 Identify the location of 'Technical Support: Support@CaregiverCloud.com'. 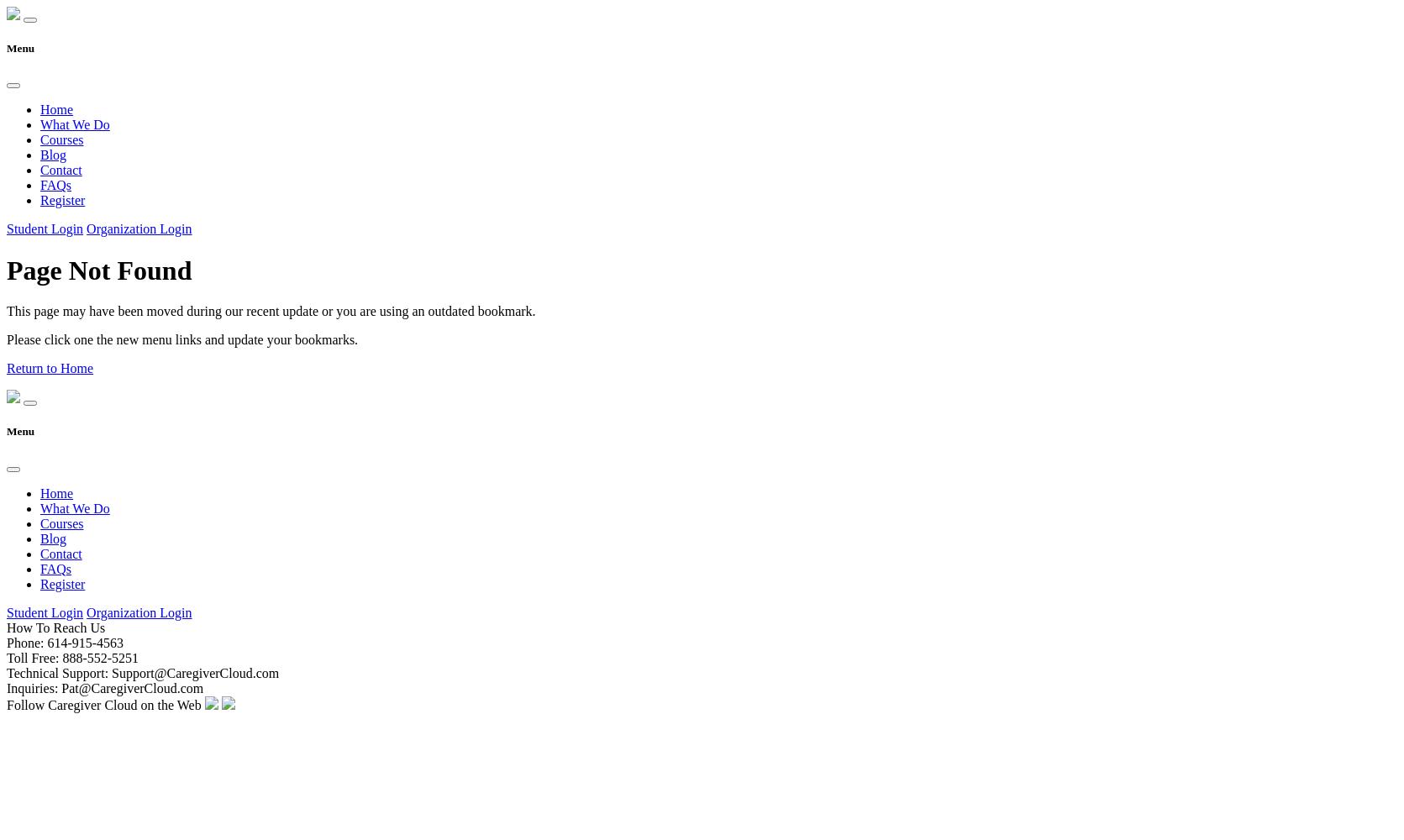
(141, 672).